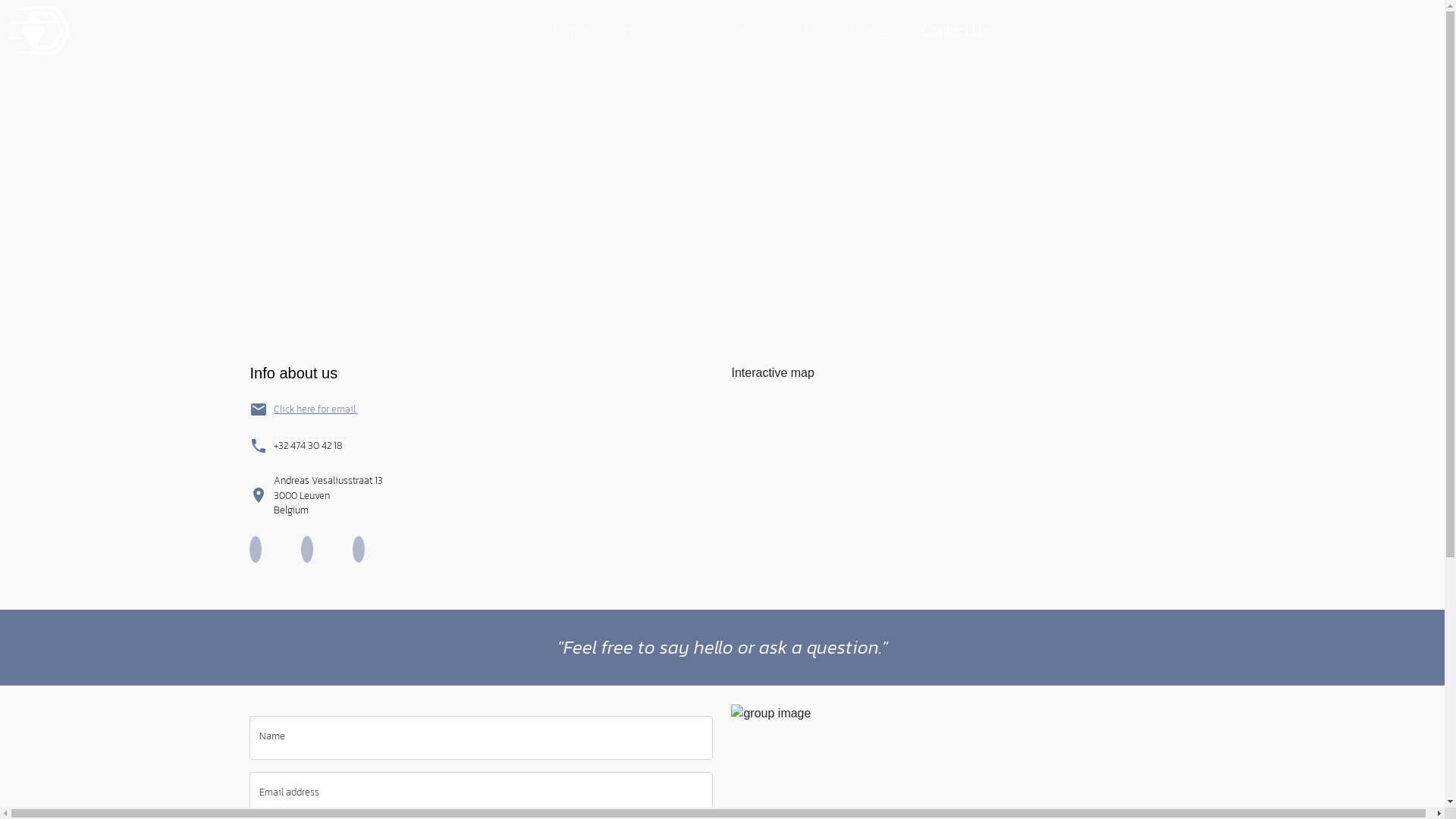 This screenshot has height=819, width=1456. What do you see at coordinates (797, 30) in the screenshot?
I see `'Join Us'` at bounding box center [797, 30].